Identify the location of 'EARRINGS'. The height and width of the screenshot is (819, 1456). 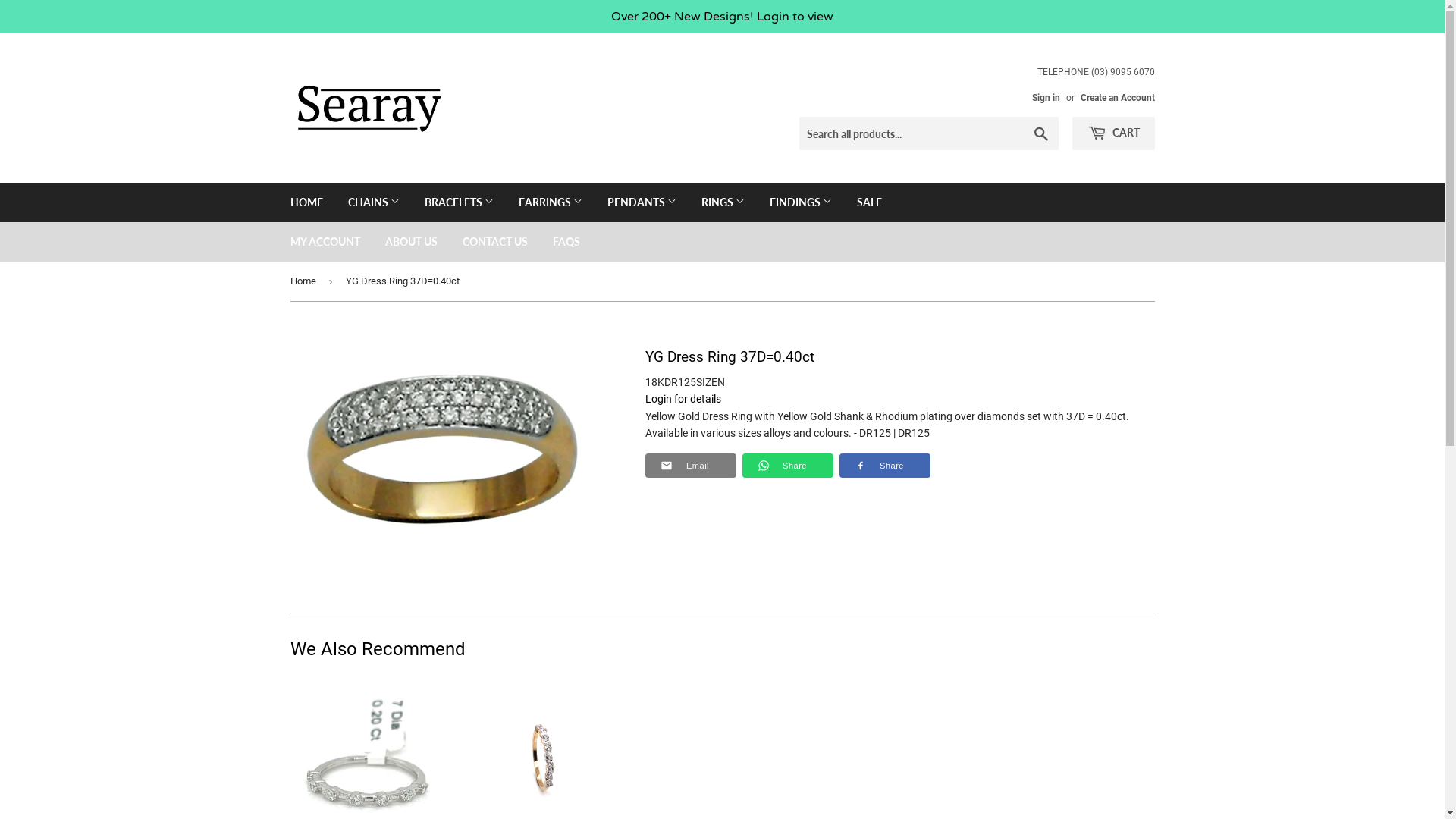
(548, 201).